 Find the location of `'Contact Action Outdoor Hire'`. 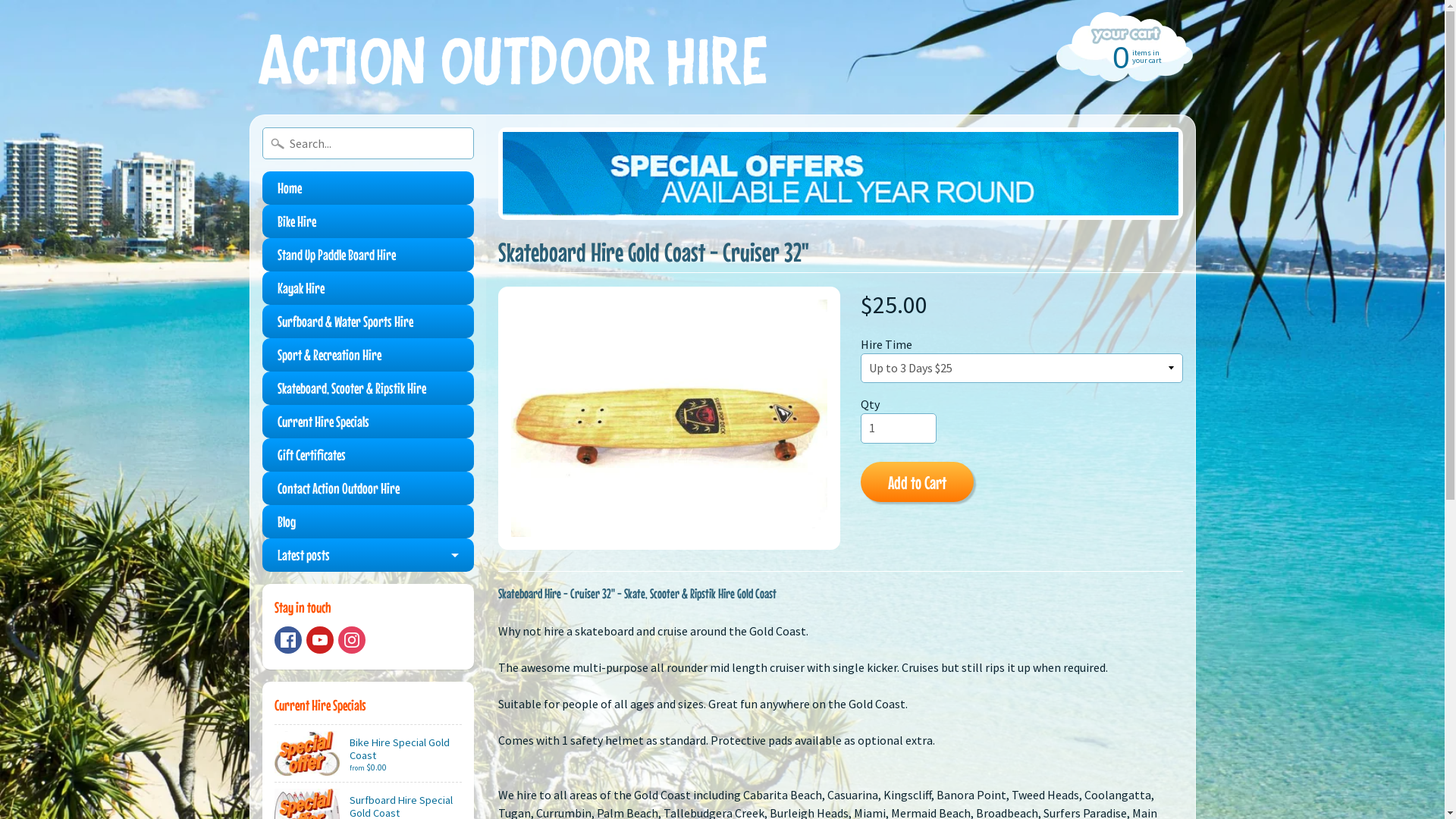

'Contact Action Outdoor Hire' is located at coordinates (368, 488).